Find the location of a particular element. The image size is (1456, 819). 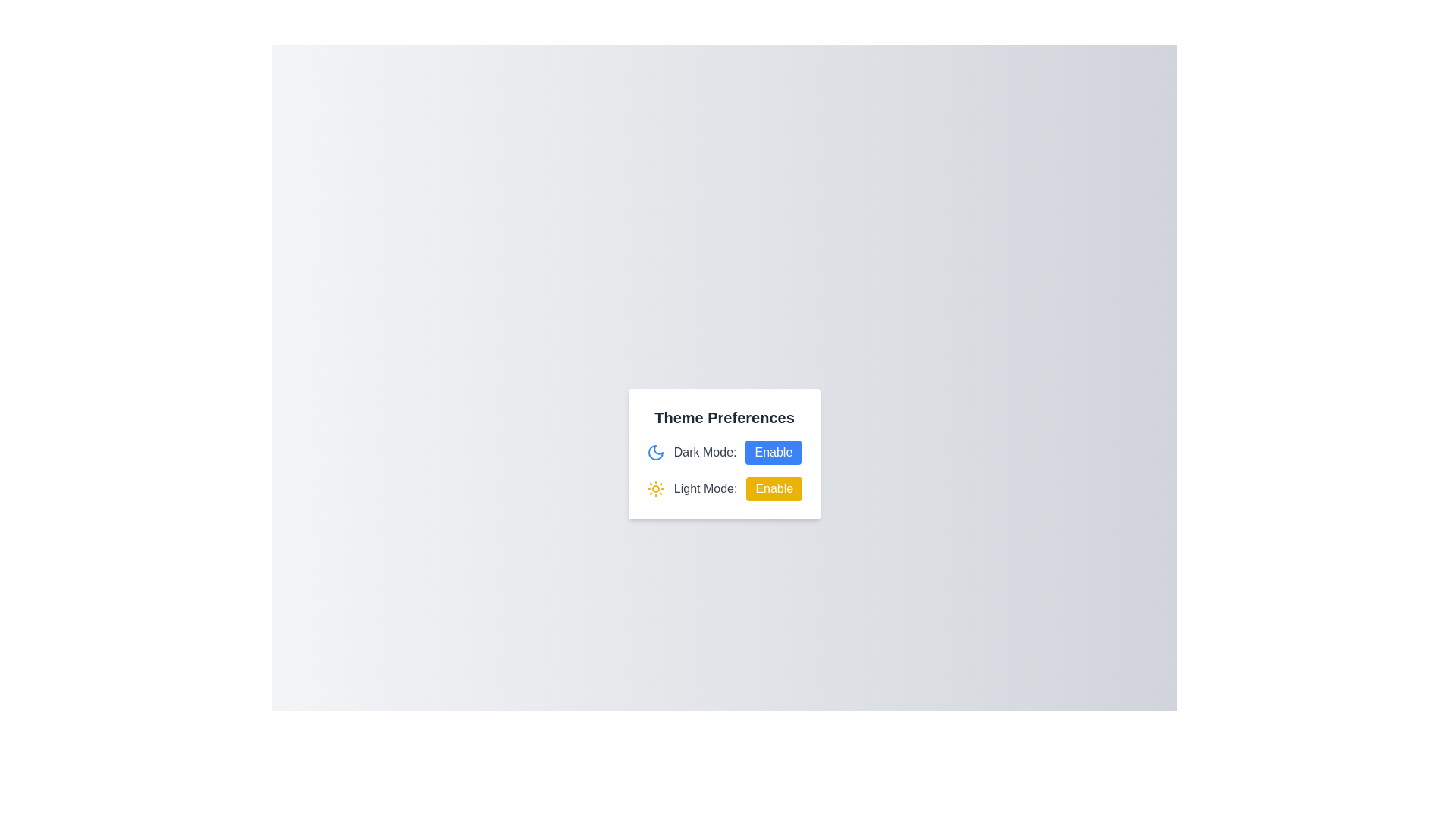

the heading indicating theme preferences, which is centrally located above the 'Dark Mode' and 'Light Mode' toggle buttons is located at coordinates (723, 418).